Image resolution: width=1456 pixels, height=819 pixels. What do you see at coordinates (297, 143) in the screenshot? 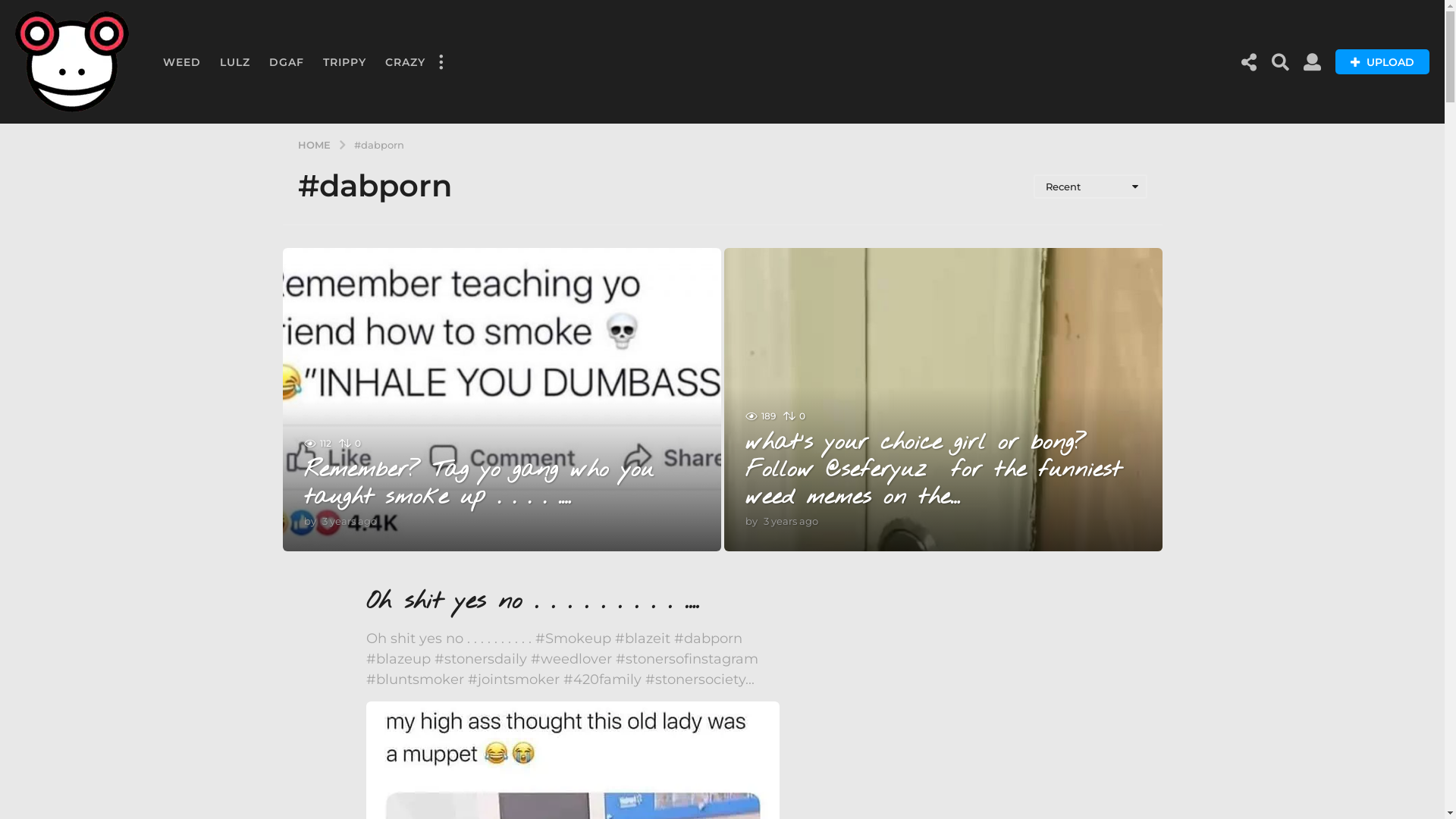
I see `'HOME'` at bounding box center [297, 143].